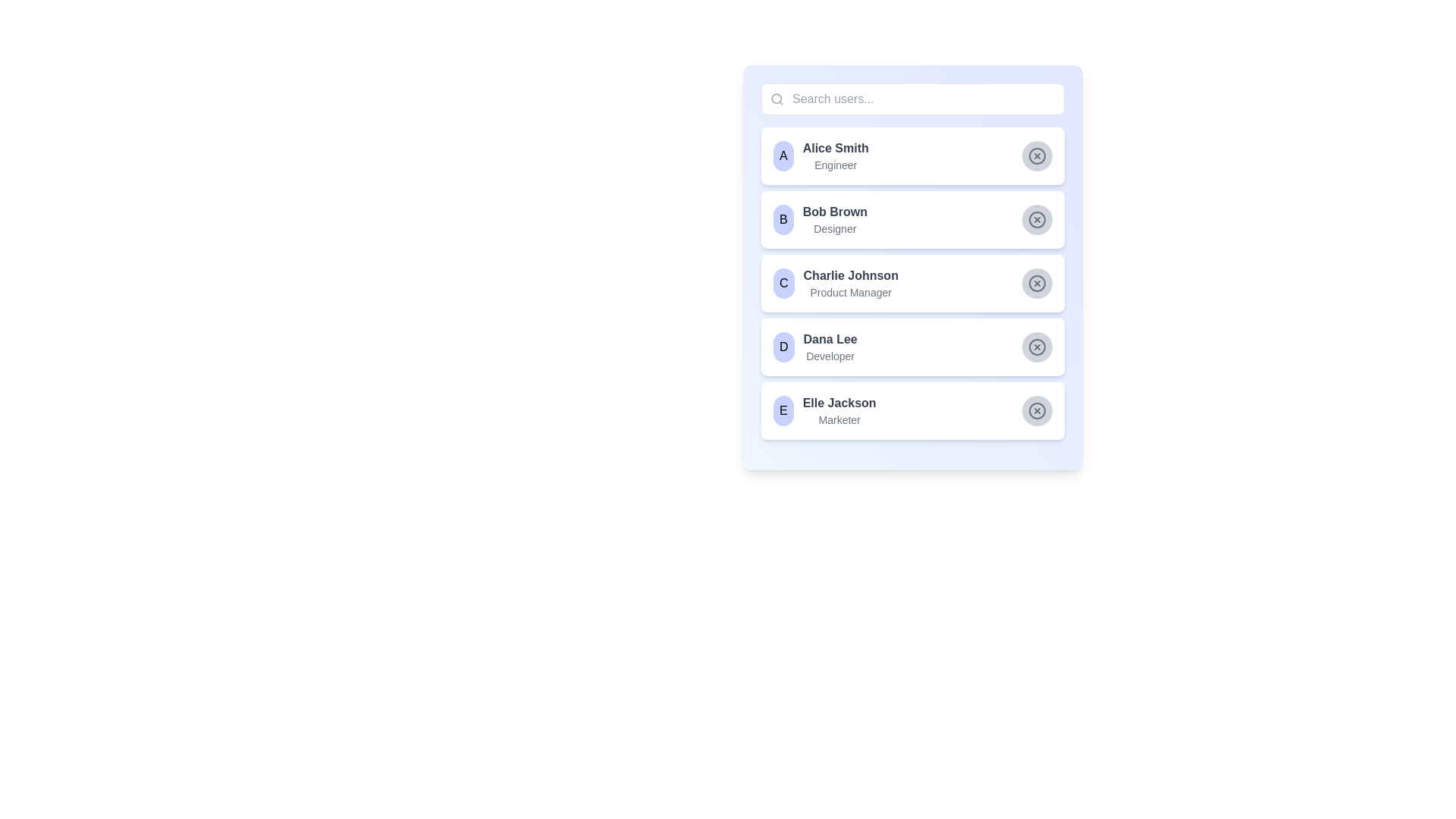  What do you see at coordinates (834, 219) in the screenshot?
I see `the text display showing 'Bob Brown', the Designer` at bounding box center [834, 219].